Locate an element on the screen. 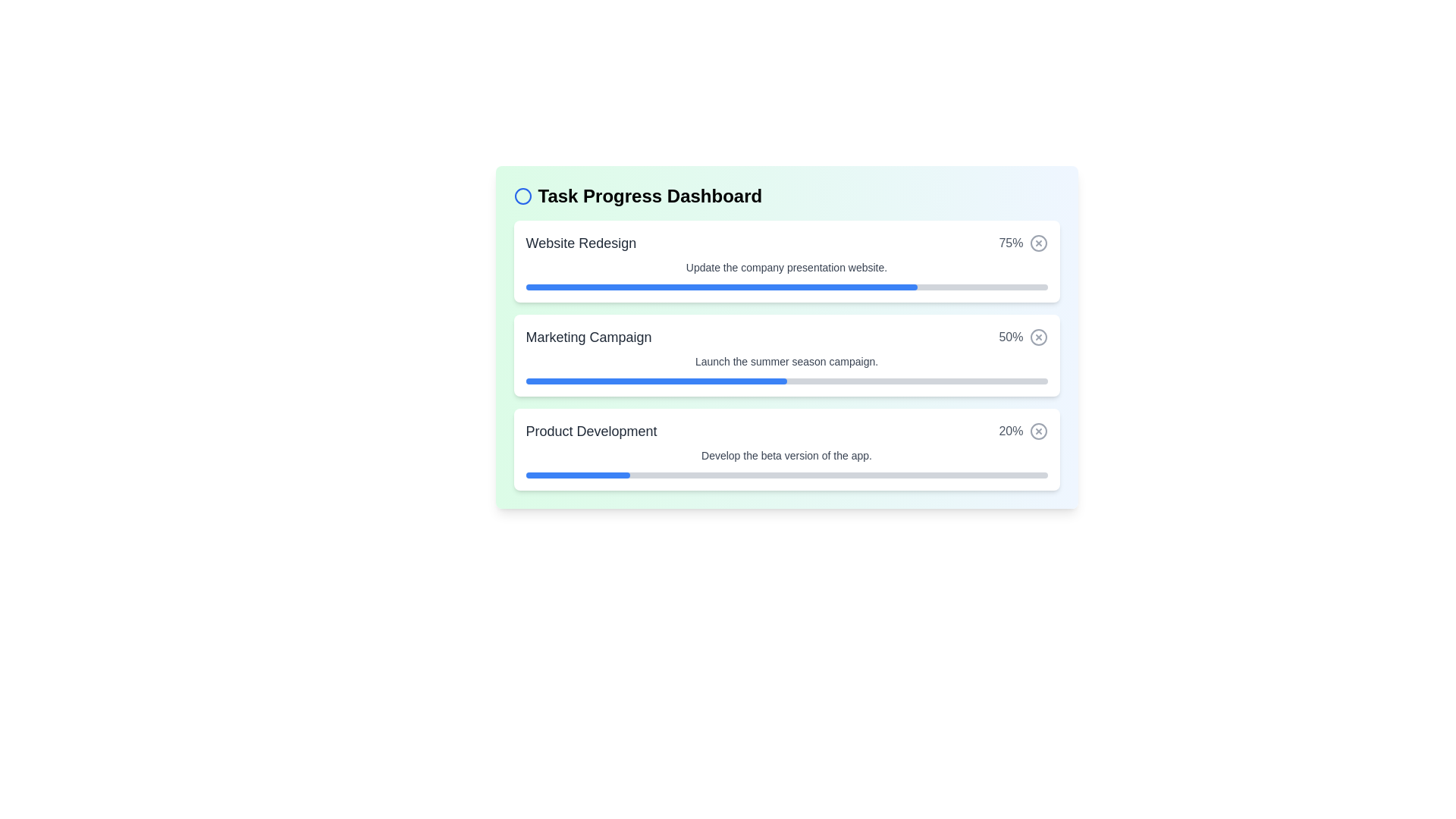 This screenshot has width=1456, height=819. the circular gray icon with a cross inside it, located in the 'Marketing Campaign' task row, to the right of the '50%' progress percentage text is located at coordinates (1037, 336).